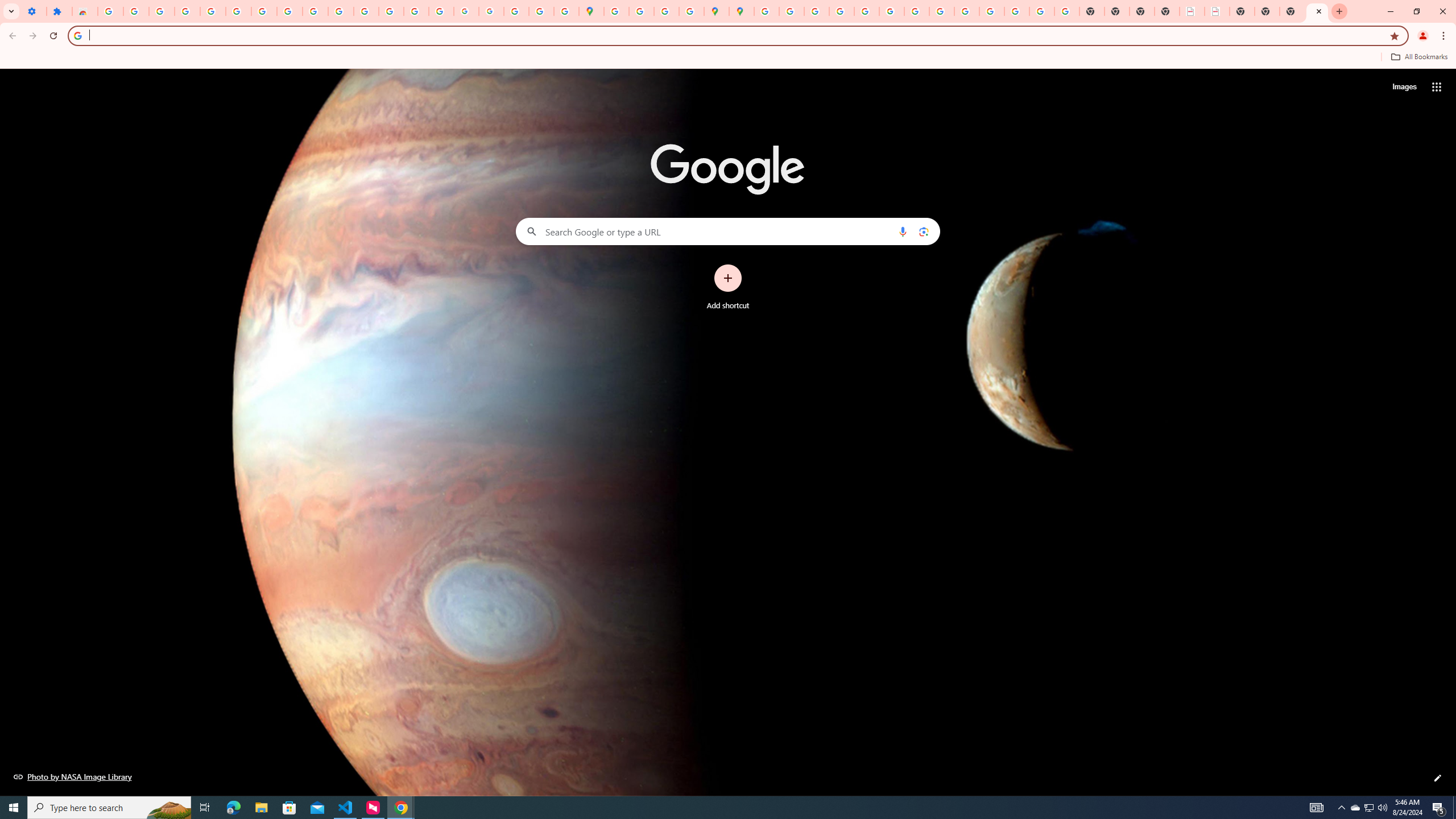 The width and height of the screenshot is (1456, 819). I want to click on 'YouTube', so click(315, 11).